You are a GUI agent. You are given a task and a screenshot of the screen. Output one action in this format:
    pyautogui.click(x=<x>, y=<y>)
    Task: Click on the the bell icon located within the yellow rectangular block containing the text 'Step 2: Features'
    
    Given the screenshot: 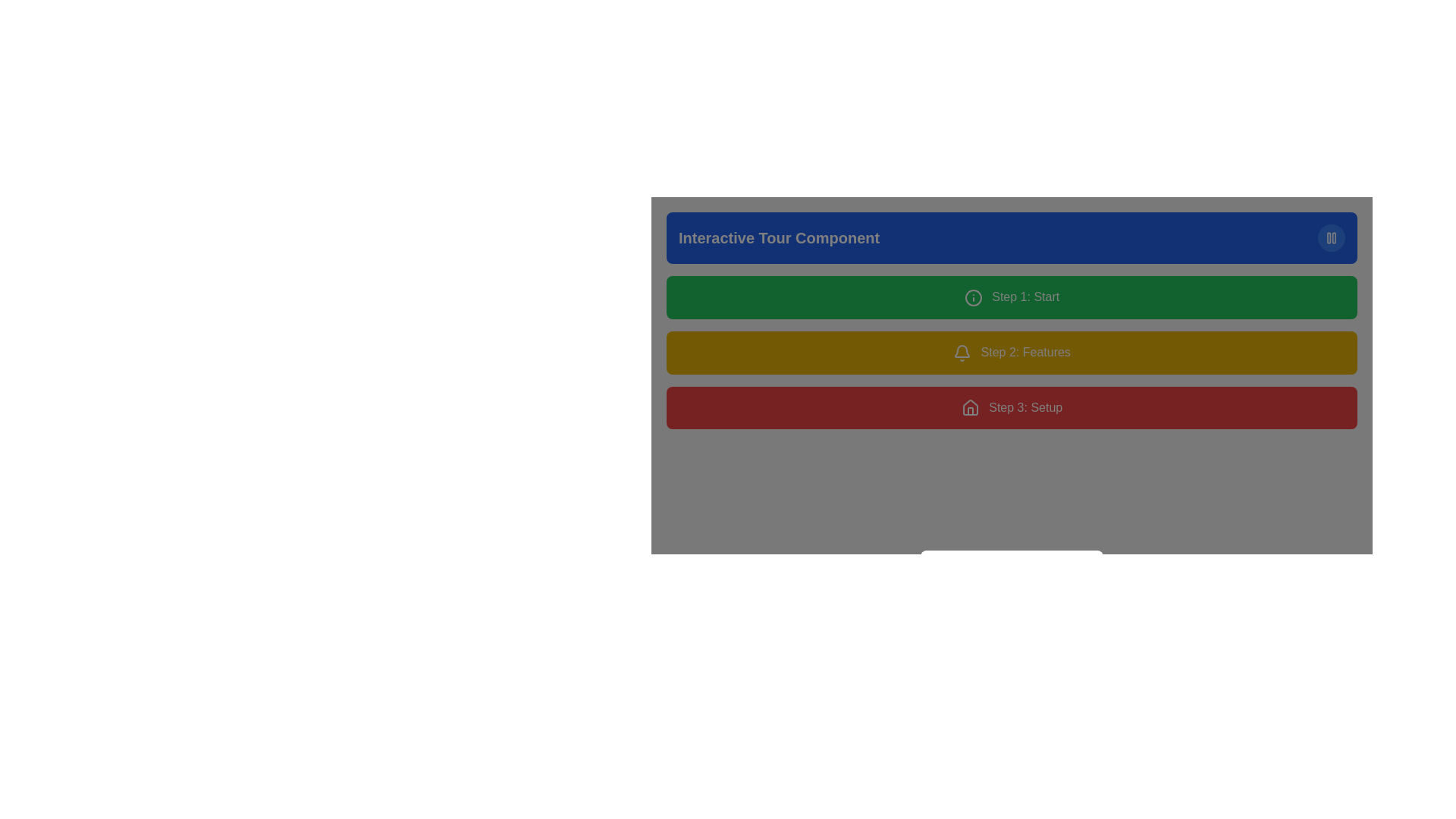 What is the action you would take?
    pyautogui.click(x=962, y=353)
    